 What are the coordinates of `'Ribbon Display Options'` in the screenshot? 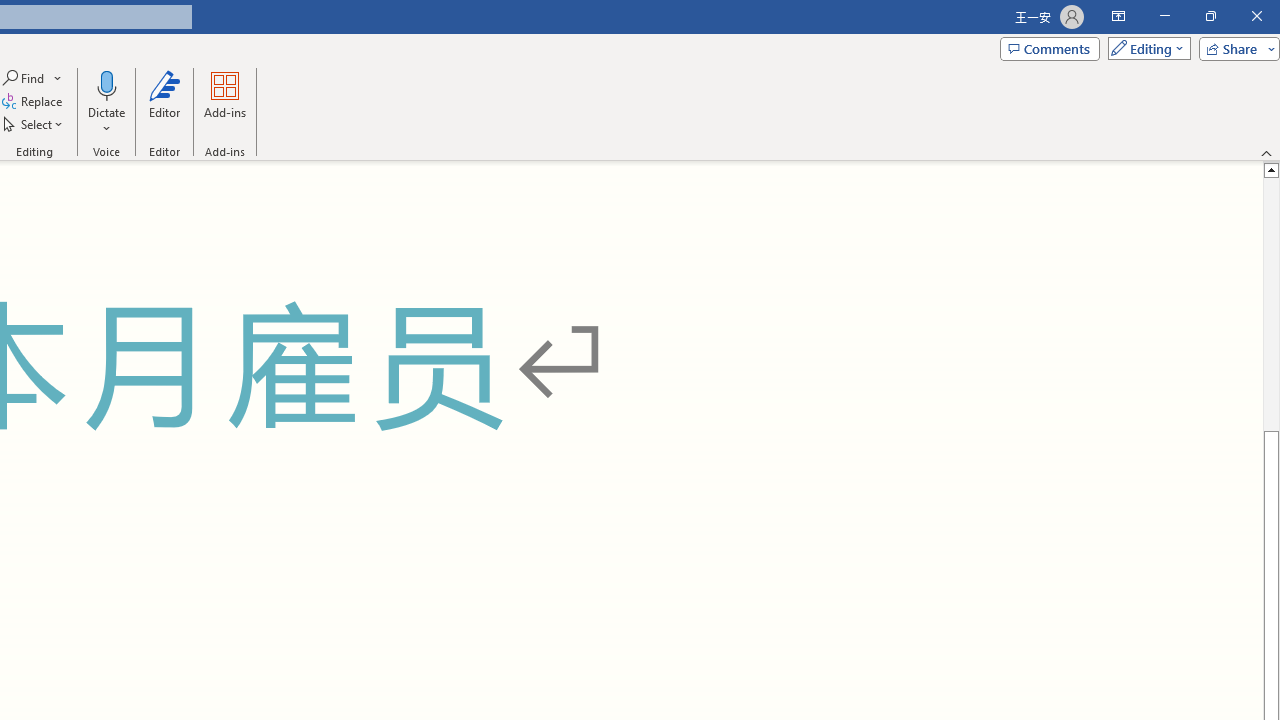 It's located at (1117, 16).